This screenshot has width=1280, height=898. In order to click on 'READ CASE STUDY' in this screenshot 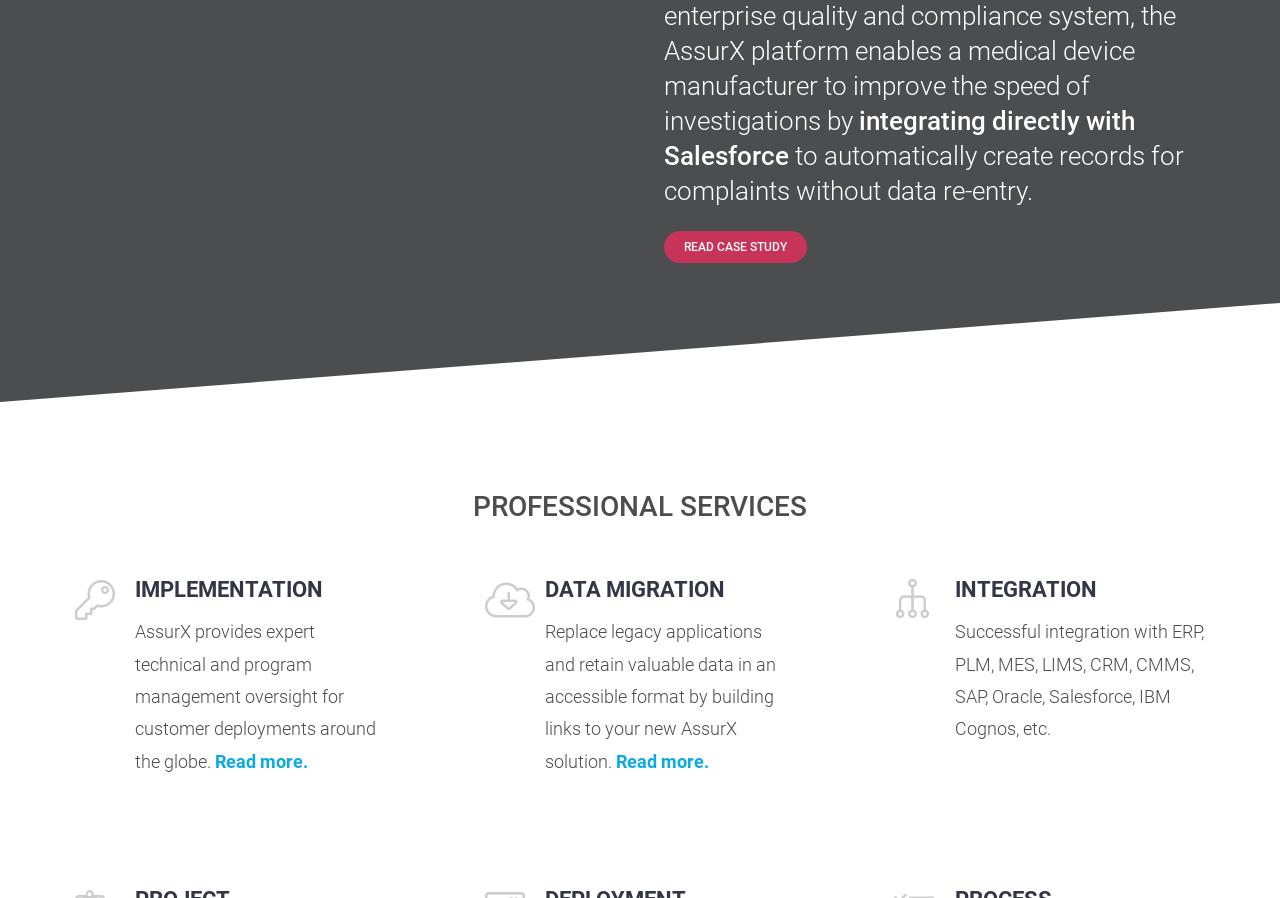, I will do `click(733, 247)`.